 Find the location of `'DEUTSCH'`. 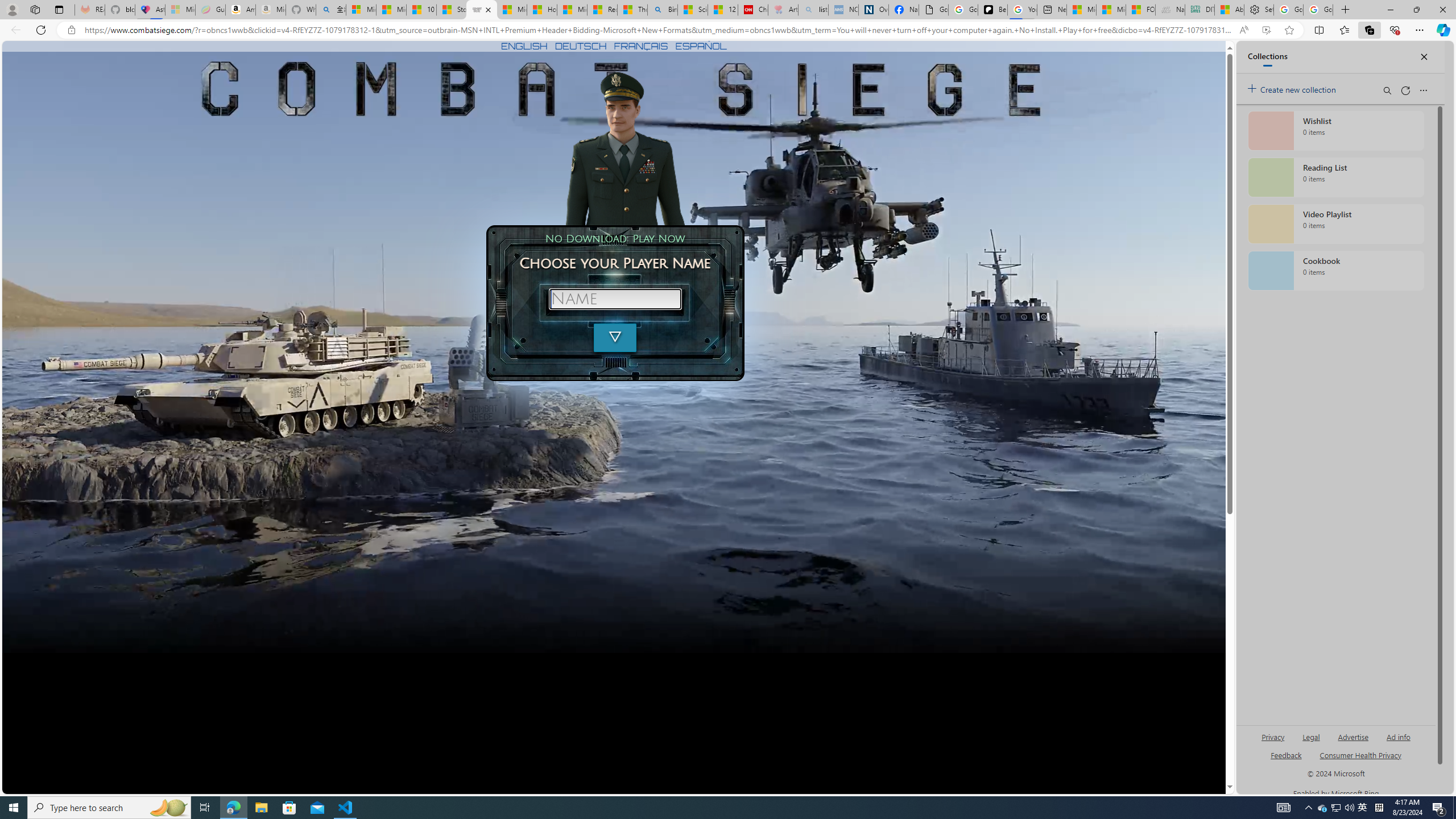

'DEUTSCH' is located at coordinates (580, 45).